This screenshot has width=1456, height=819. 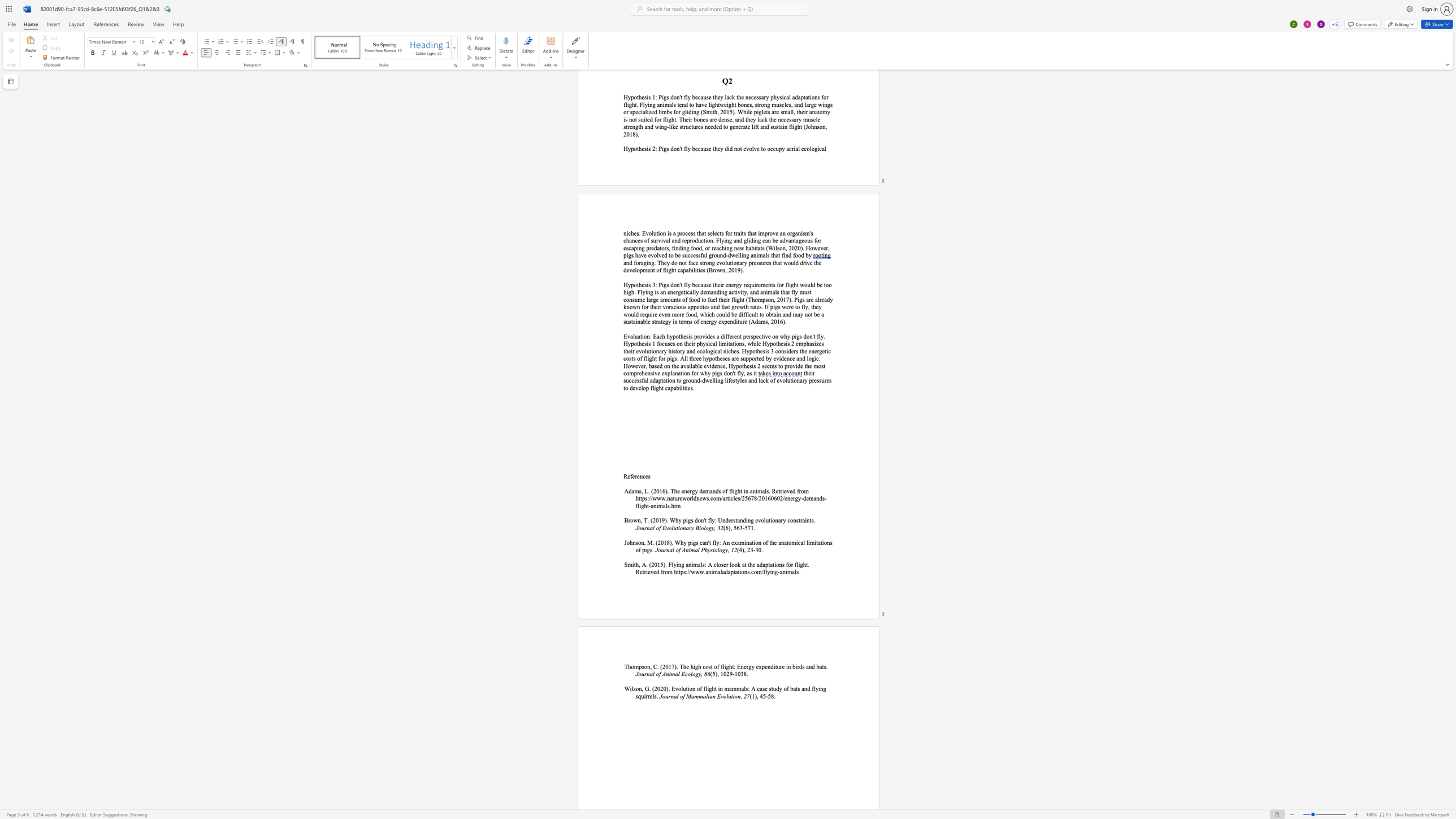 I want to click on the 1th character "(" in the text, so click(x=656, y=542).